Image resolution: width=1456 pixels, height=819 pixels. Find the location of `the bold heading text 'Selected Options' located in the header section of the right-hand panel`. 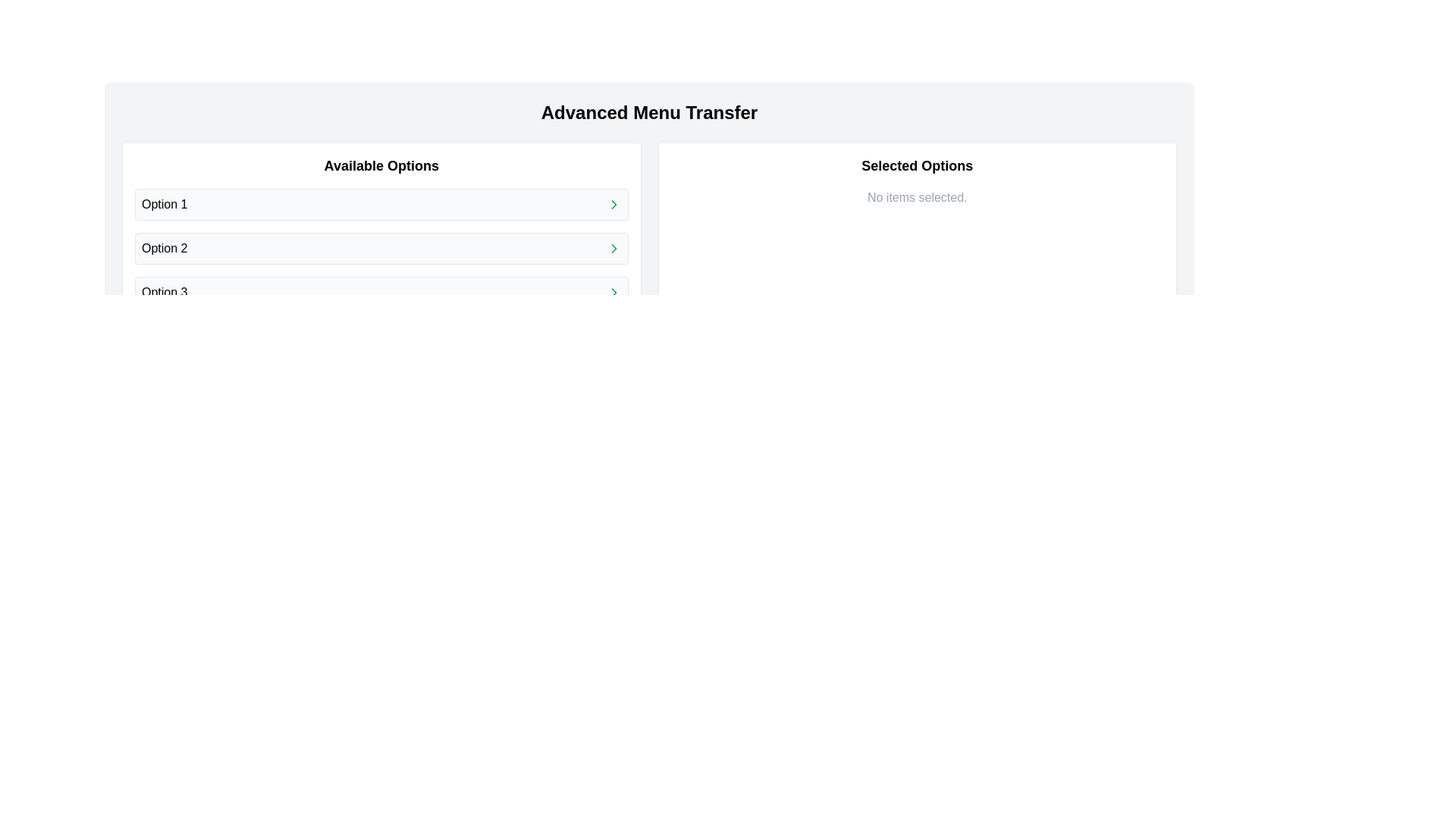

the bold heading text 'Selected Options' located in the header section of the right-hand panel is located at coordinates (916, 166).